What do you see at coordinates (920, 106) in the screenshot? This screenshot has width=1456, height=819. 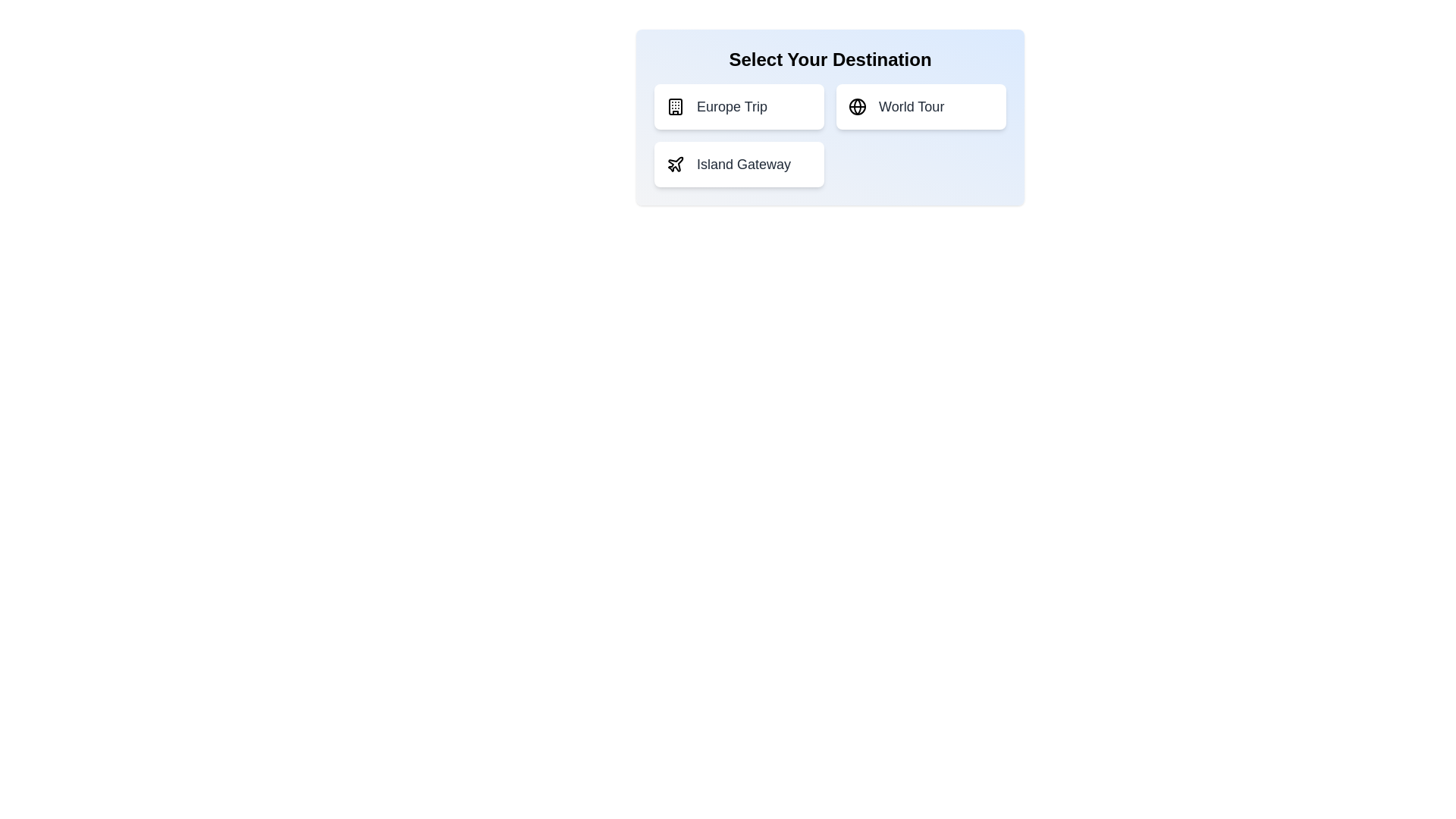 I see `the destination option World Tour` at bounding box center [920, 106].